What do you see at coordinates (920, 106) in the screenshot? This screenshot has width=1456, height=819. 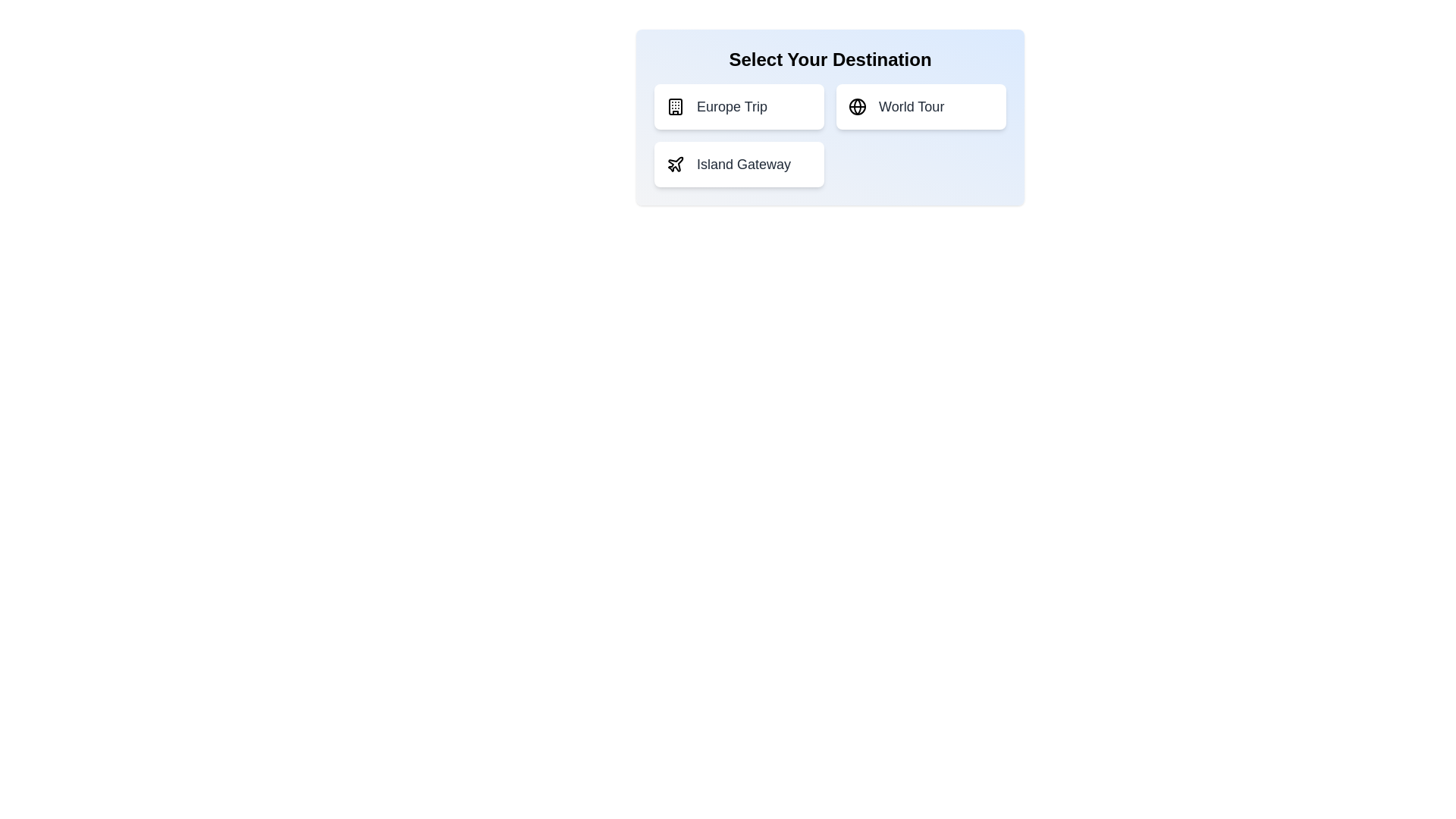 I see `the destination option World Tour` at bounding box center [920, 106].